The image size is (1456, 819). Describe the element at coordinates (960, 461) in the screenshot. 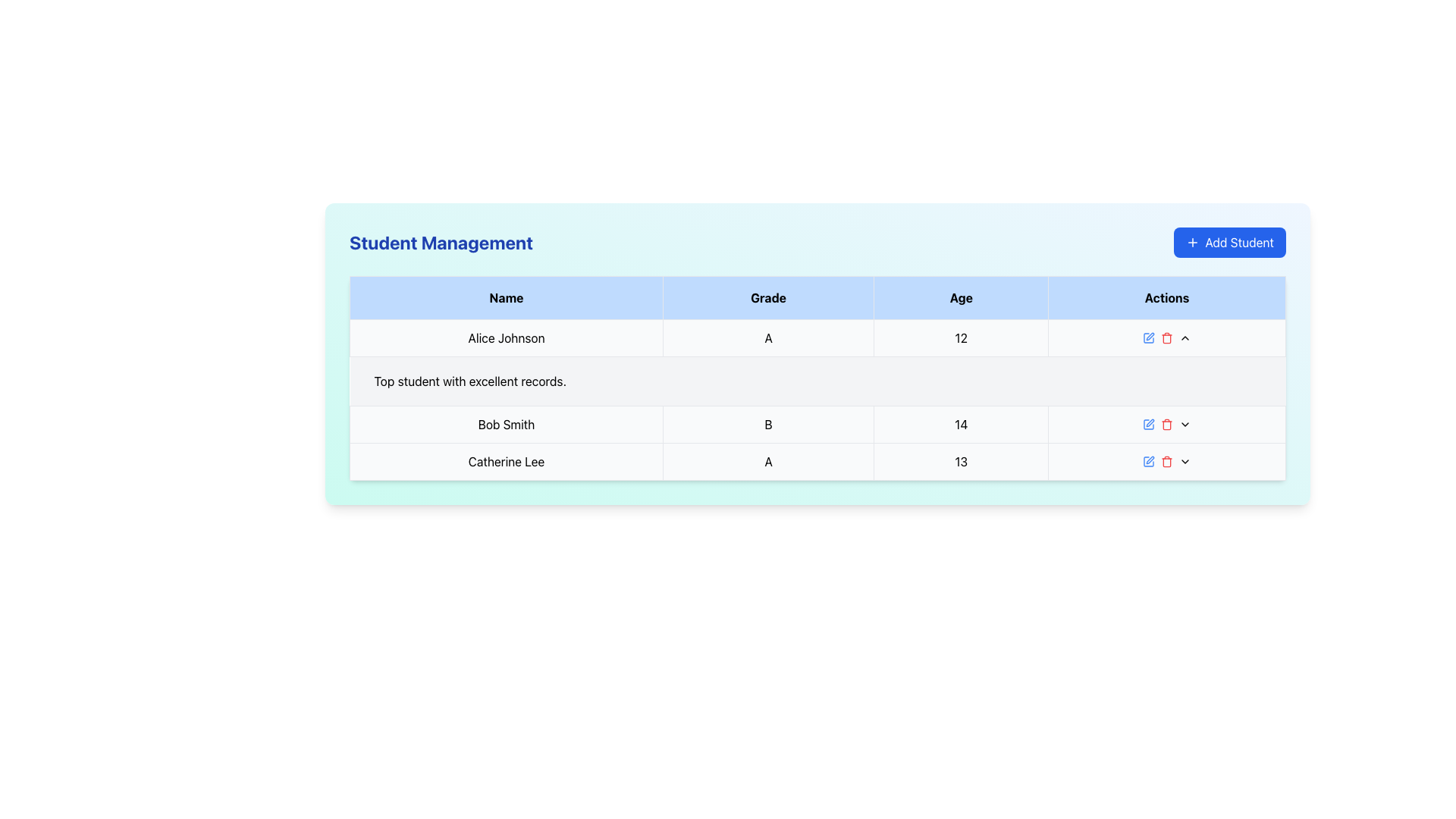

I see `the table cell displaying the age of the student 'Catherine Lee' located in the fourth row and third column of the table` at that location.